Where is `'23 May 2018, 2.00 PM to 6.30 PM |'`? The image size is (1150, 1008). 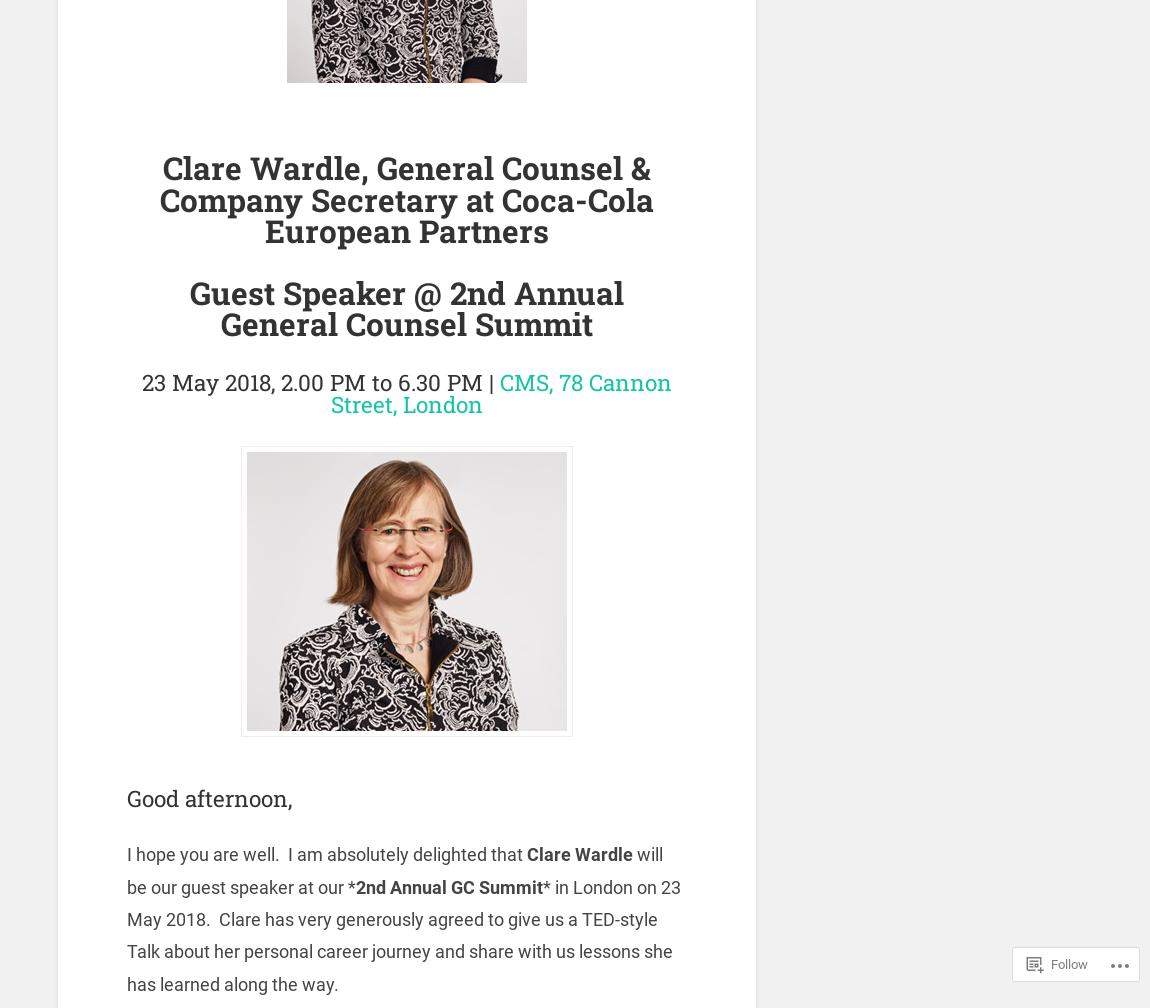
'23 May 2018, 2.00 PM to 6.30 PM |' is located at coordinates (320, 381).